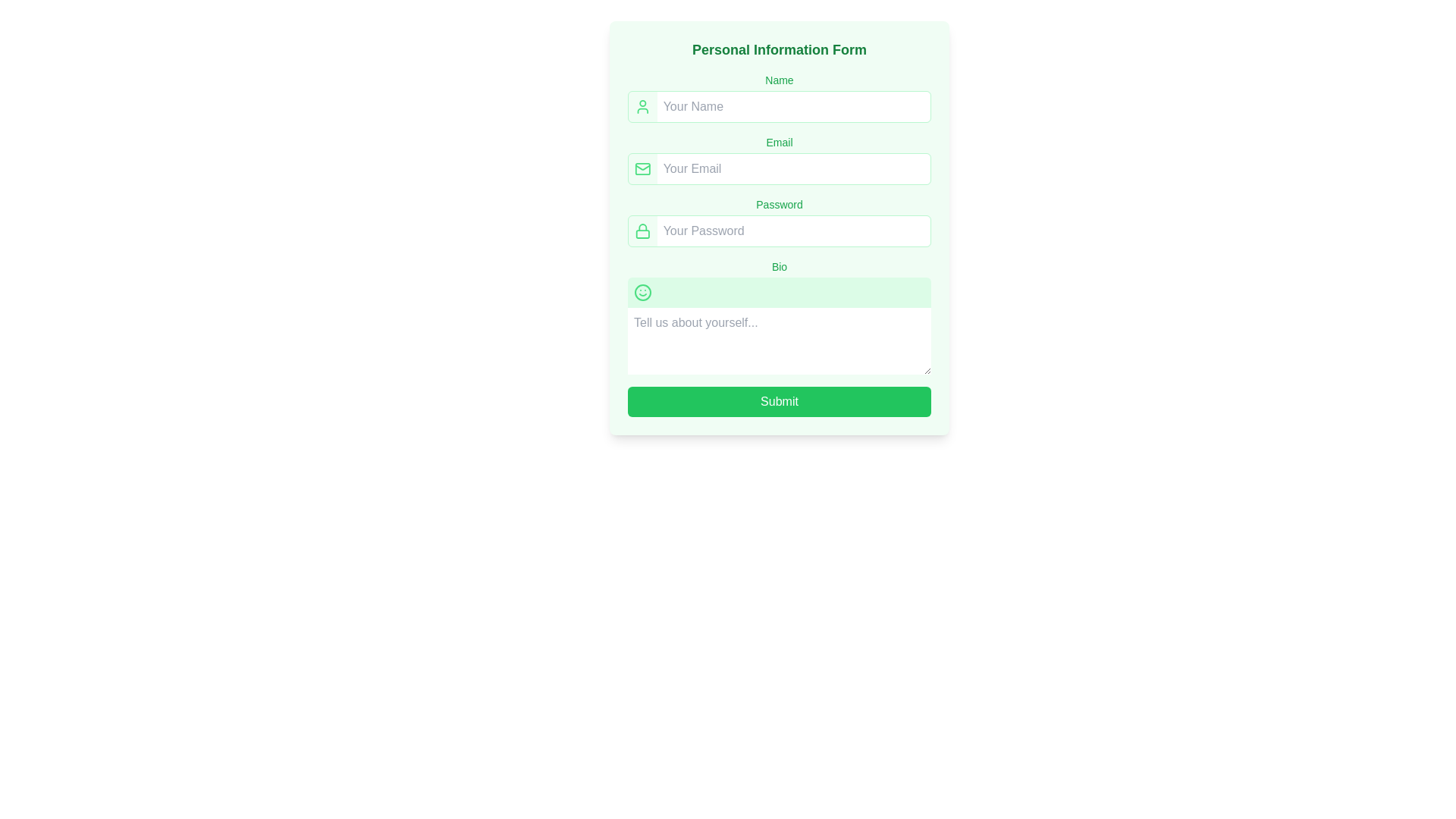 This screenshot has width=1456, height=819. Describe the element at coordinates (642, 169) in the screenshot. I see `the email envelope icon within the email input field to enhance contextual understanding of the input field's purpose` at that location.